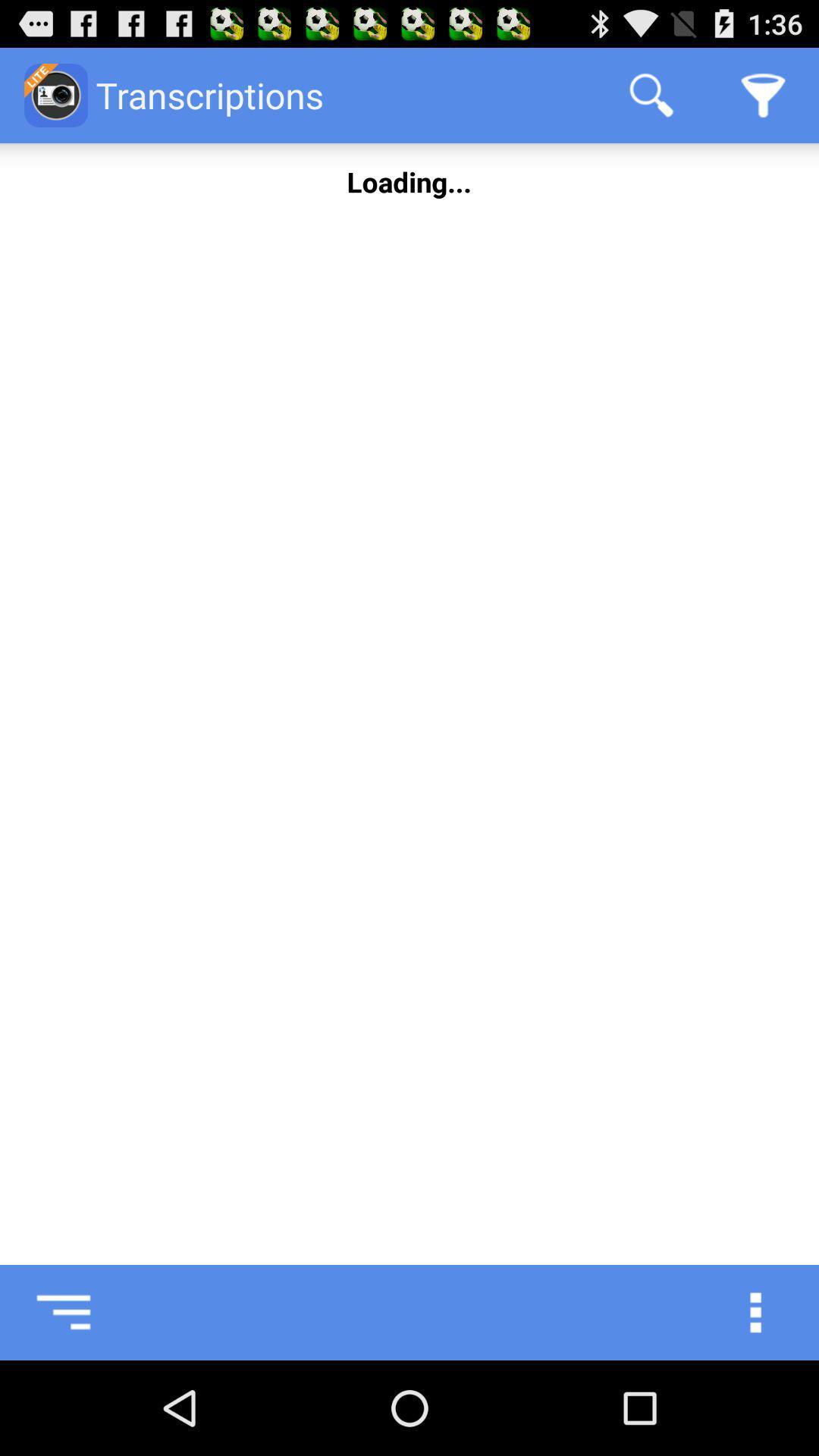 The width and height of the screenshot is (819, 1456). I want to click on open options, so click(771, 1312).